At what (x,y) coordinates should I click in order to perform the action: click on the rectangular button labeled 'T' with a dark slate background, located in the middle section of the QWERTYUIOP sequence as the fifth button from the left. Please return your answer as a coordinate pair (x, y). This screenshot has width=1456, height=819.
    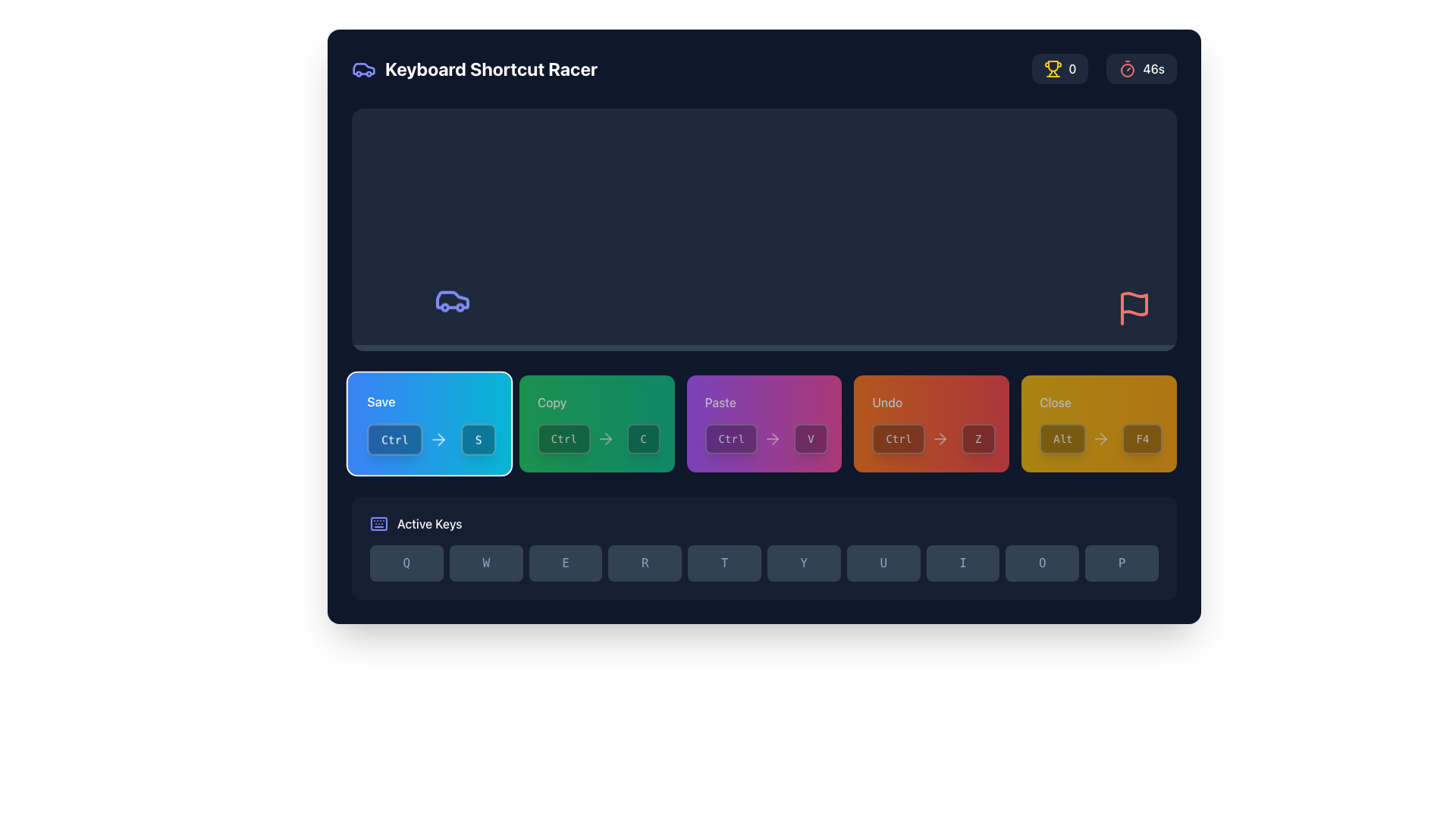
    Looking at the image, I should click on (723, 563).